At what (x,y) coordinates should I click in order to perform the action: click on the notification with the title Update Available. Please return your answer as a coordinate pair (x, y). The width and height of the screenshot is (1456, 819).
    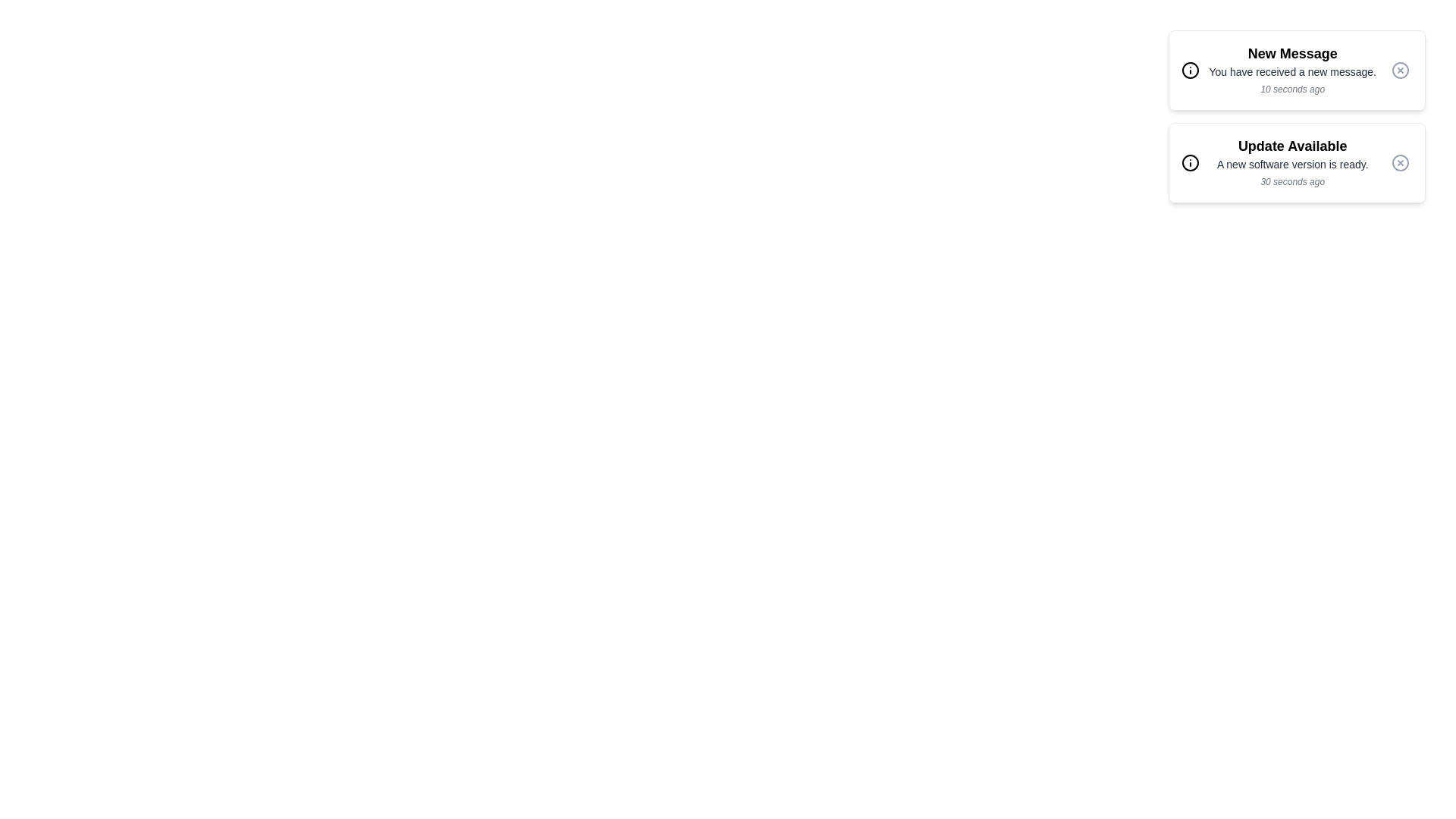
    Looking at the image, I should click on (1296, 163).